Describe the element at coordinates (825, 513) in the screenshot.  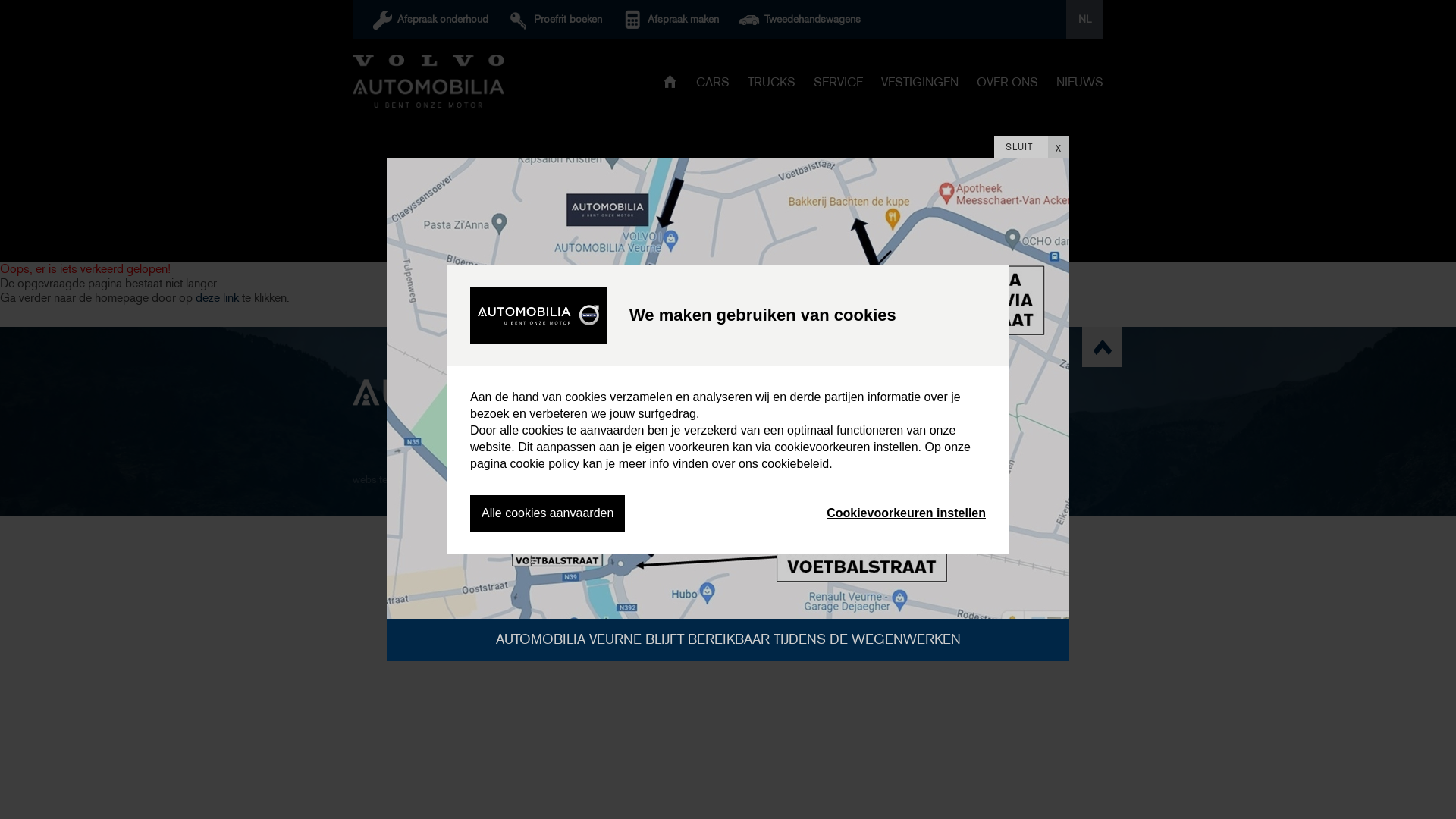
I see `'Cookievoorkeuren instellen'` at that location.